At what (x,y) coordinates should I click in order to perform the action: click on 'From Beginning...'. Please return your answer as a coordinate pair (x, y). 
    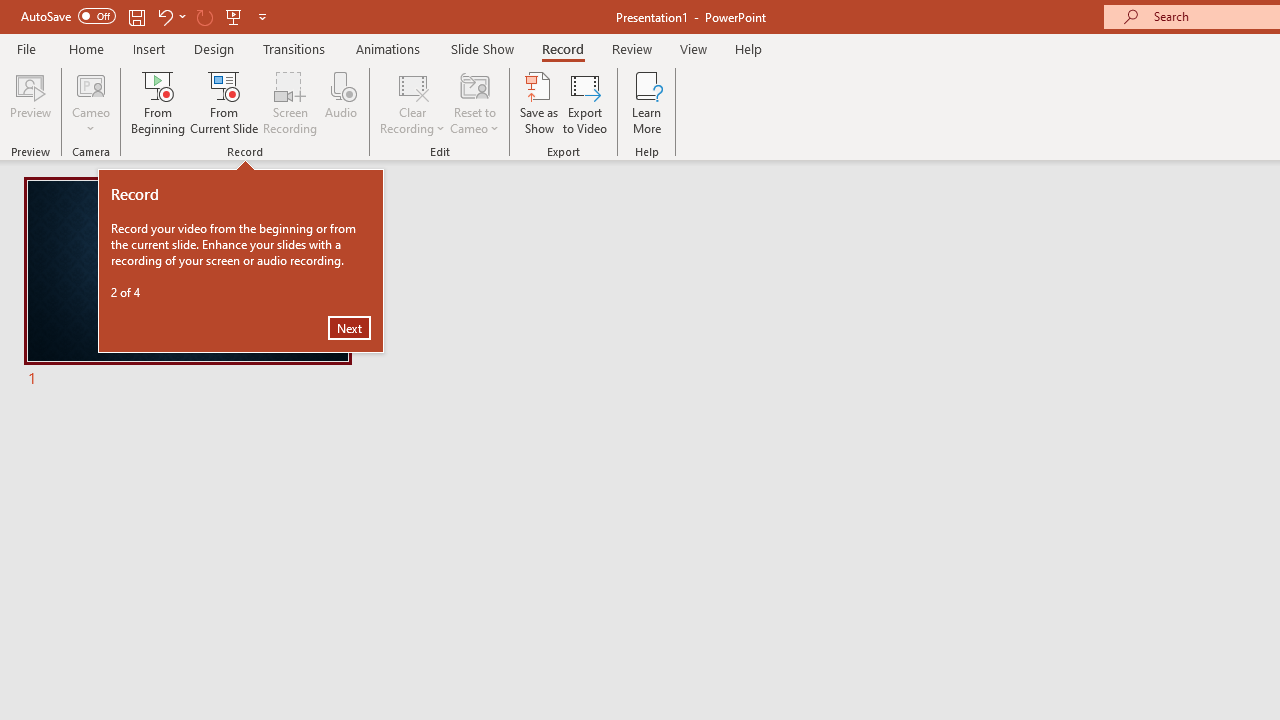
    Looking at the image, I should click on (157, 103).